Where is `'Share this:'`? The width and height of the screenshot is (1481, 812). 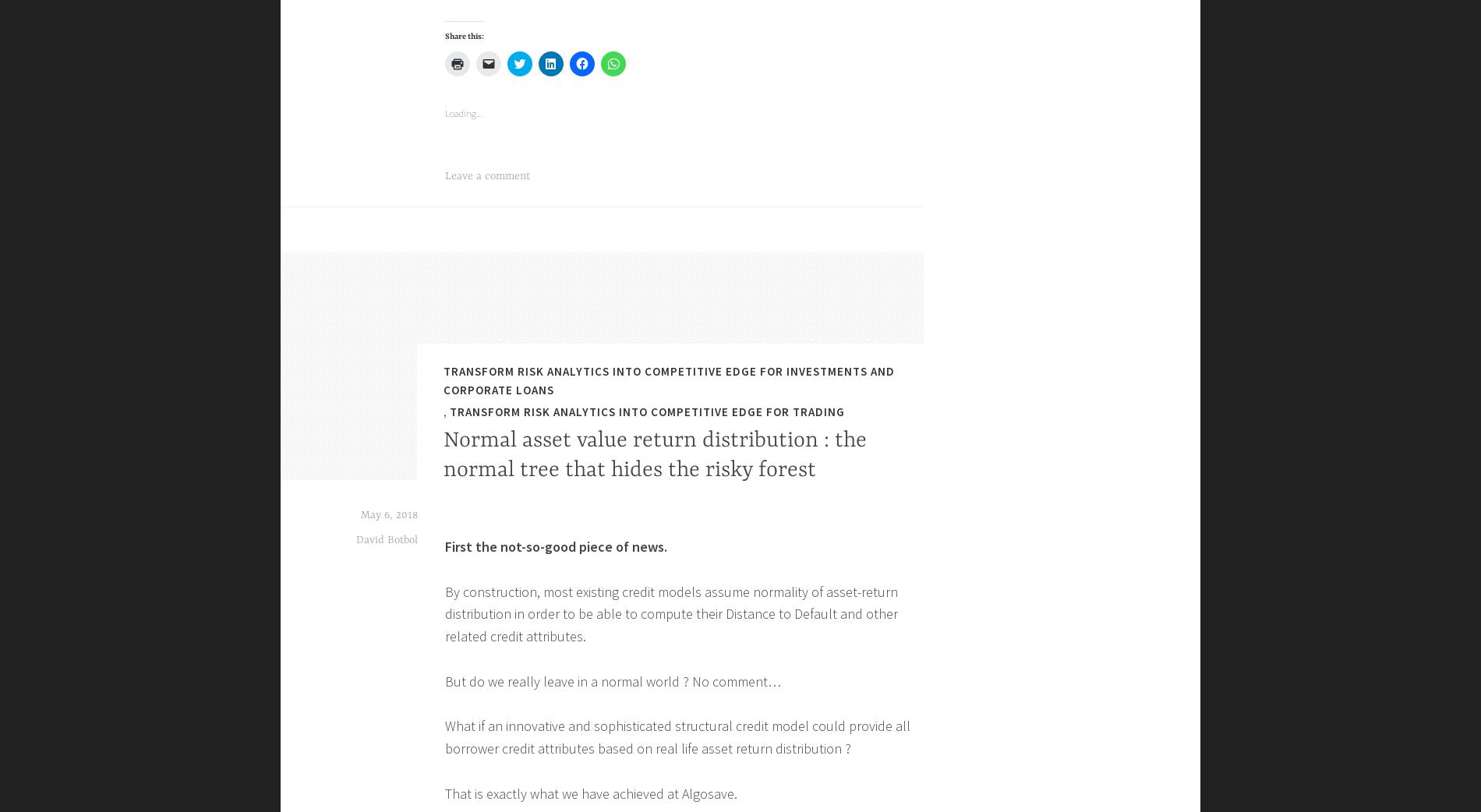 'Share this:' is located at coordinates (465, 688).